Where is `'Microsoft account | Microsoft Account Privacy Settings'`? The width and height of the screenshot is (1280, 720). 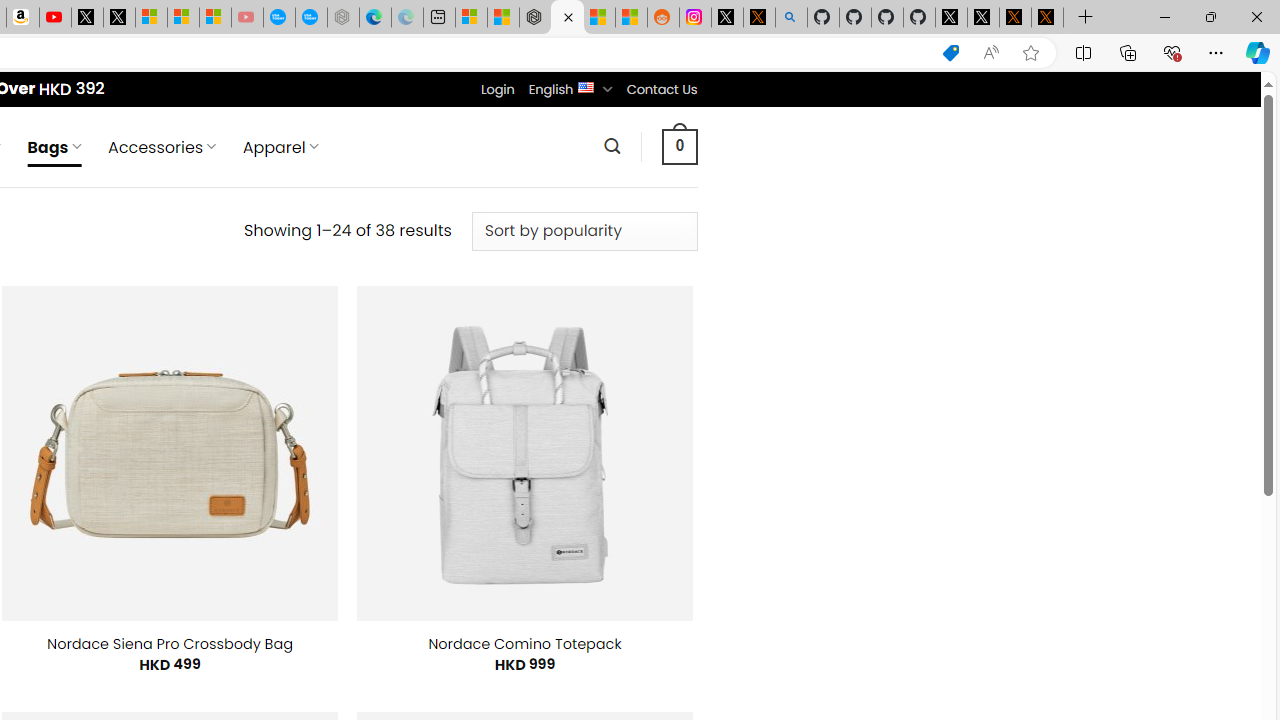 'Microsoft account | Microsoft Account Privacy Settings' is located at coordinates (470, 17).